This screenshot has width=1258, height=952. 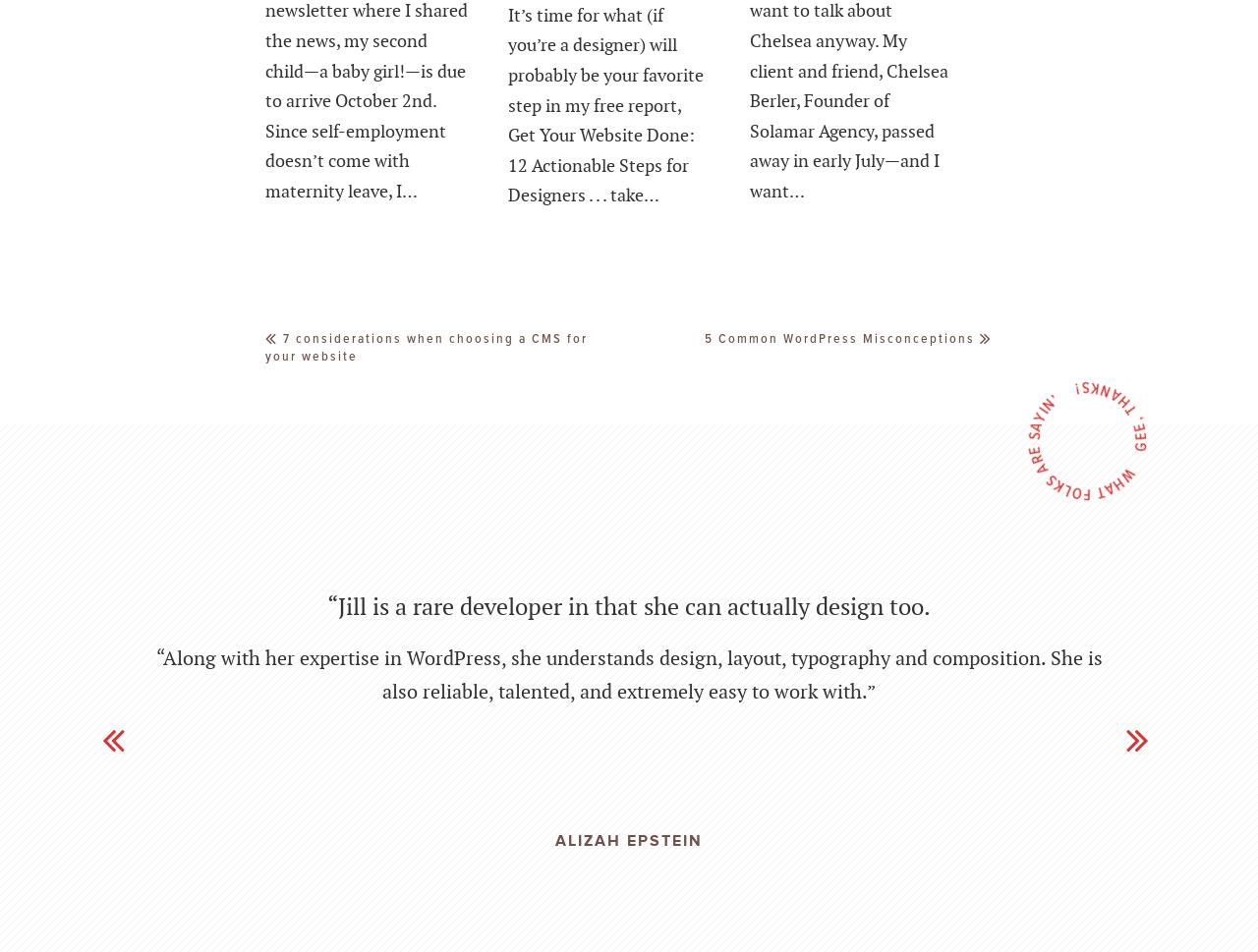 I want to click on '“Equally talented designer, as well as web developer, Jill has become an integral part of every project I've launched.', so click(x=627, y=613).